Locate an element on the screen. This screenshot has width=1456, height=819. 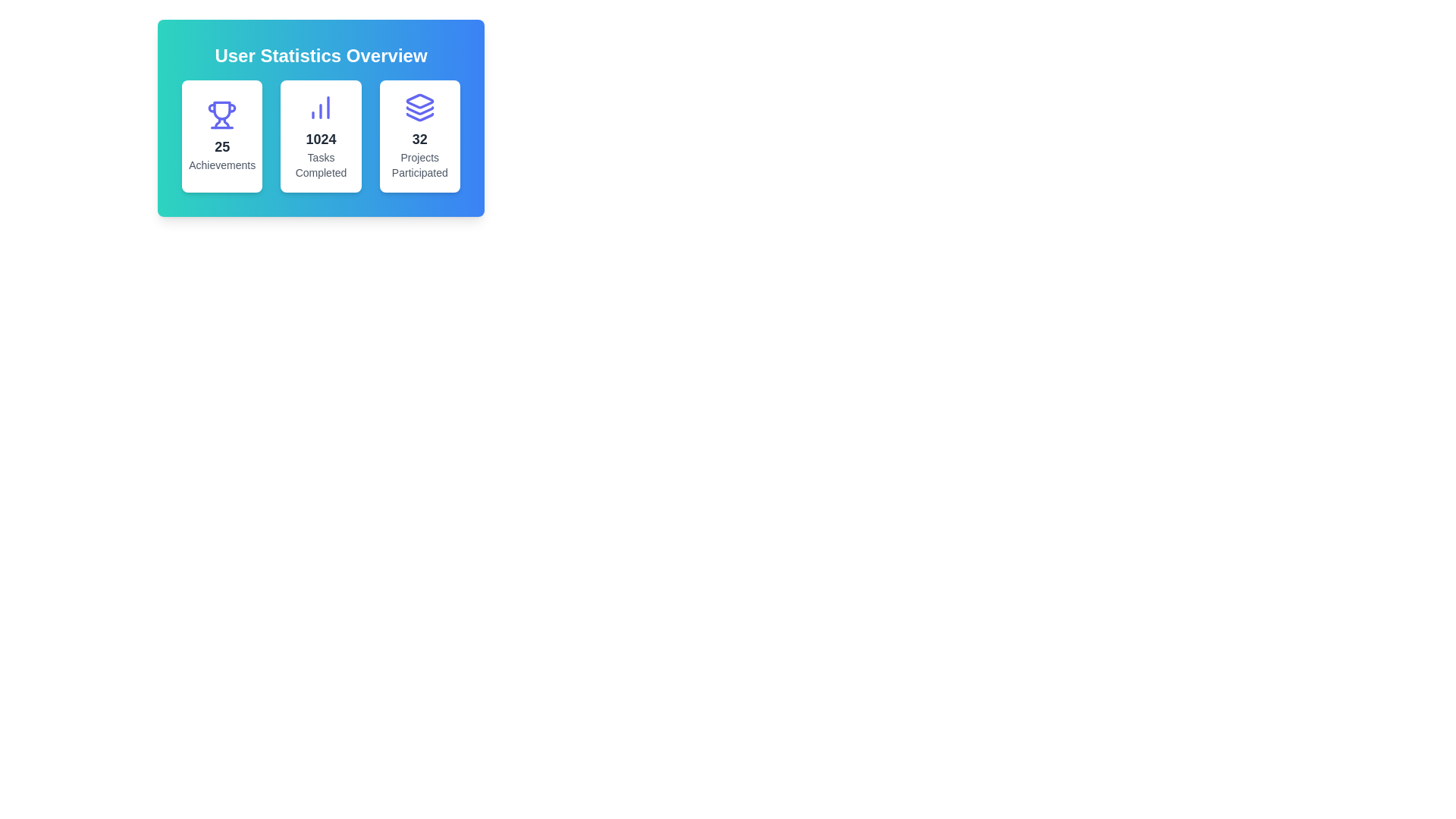
the 'Projects Participated' icon located at the top section of the rightmost card in the 'User Statistics Overview' section is located at coordinates (419, 107).